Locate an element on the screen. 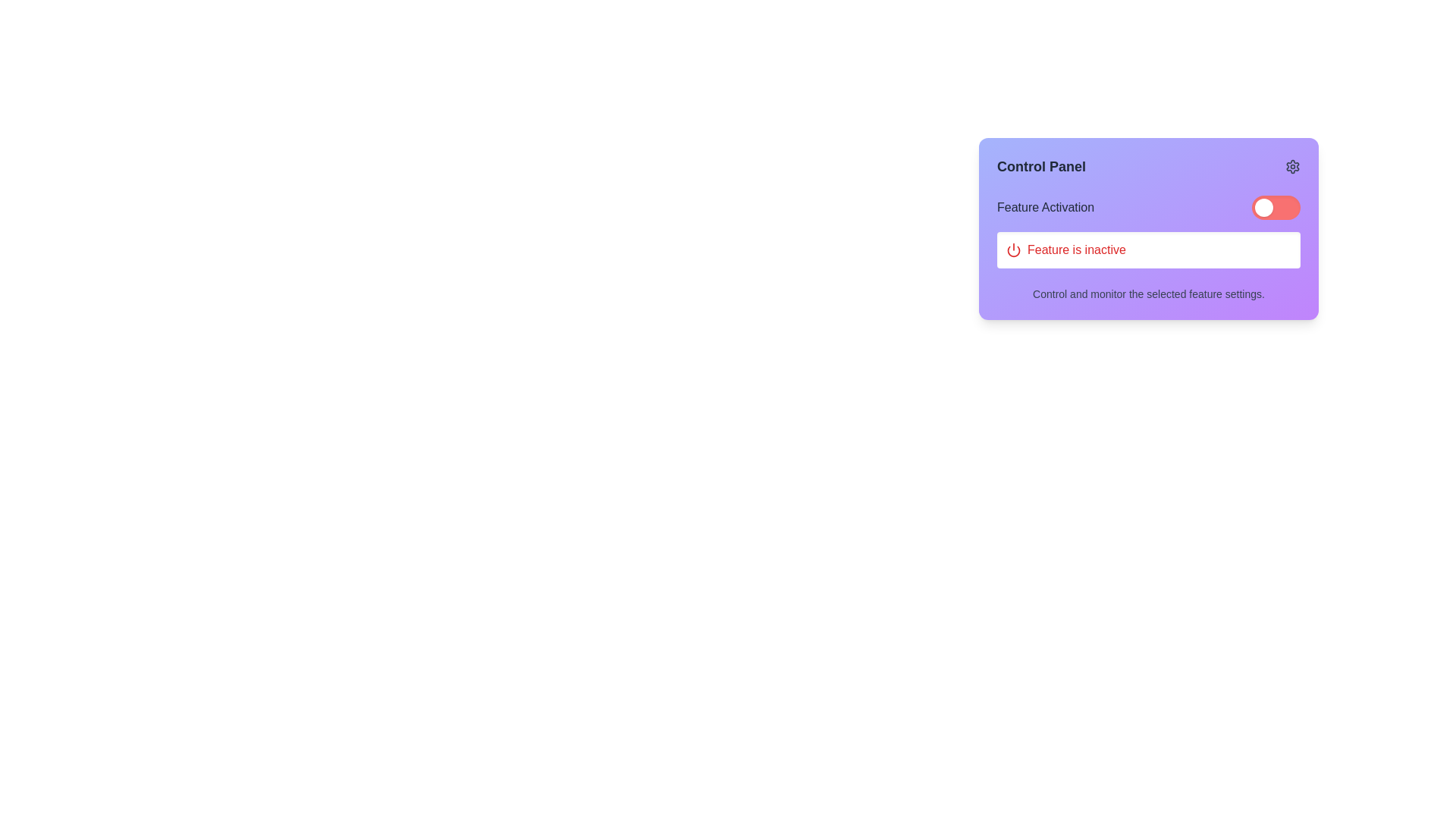 The width and height of the screenshot is (1456, 819). the text label that reads 'Control and monitor the selected feature settings.' located at the bottom of a rectangular card with a gradient purple background is located at coordinates (1149, 294).